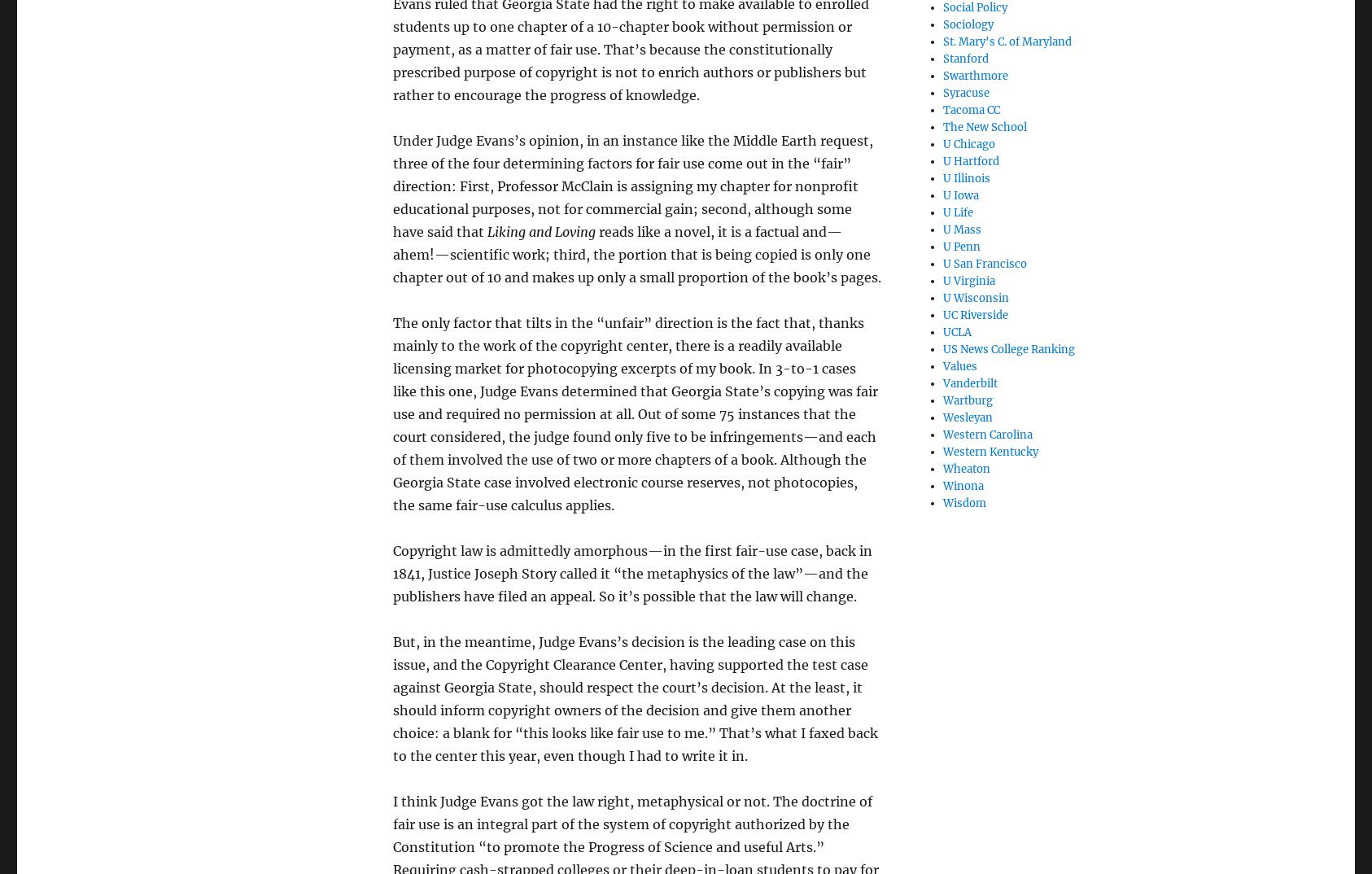  What do you see at coordinates (956, 331) in the screenshot?
I see `'UCLA'` at bounding box center [956, 331].